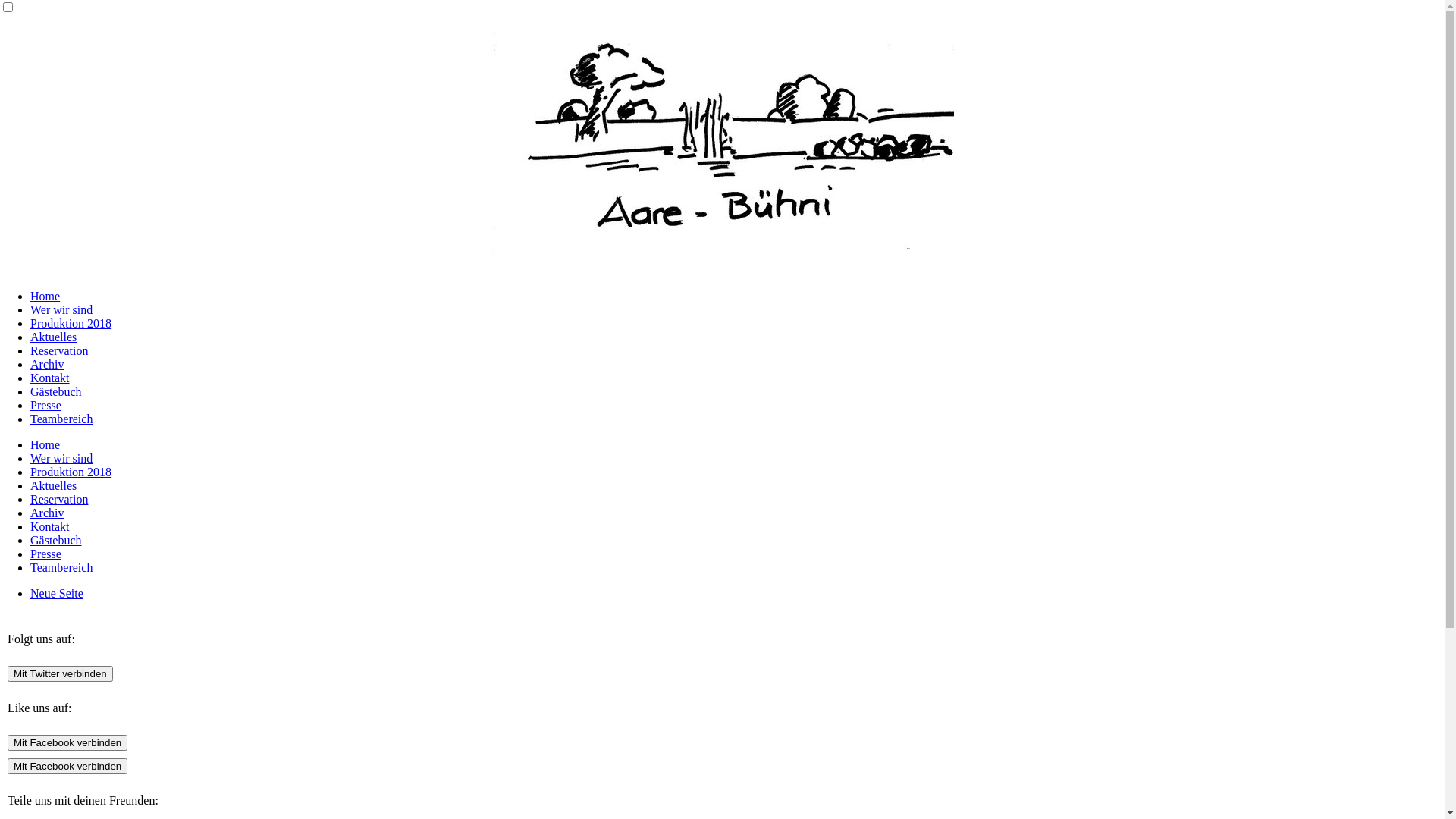  Describe the element at coordinates (45, 554) in the screenshot. I see `'Presse'` at that location.